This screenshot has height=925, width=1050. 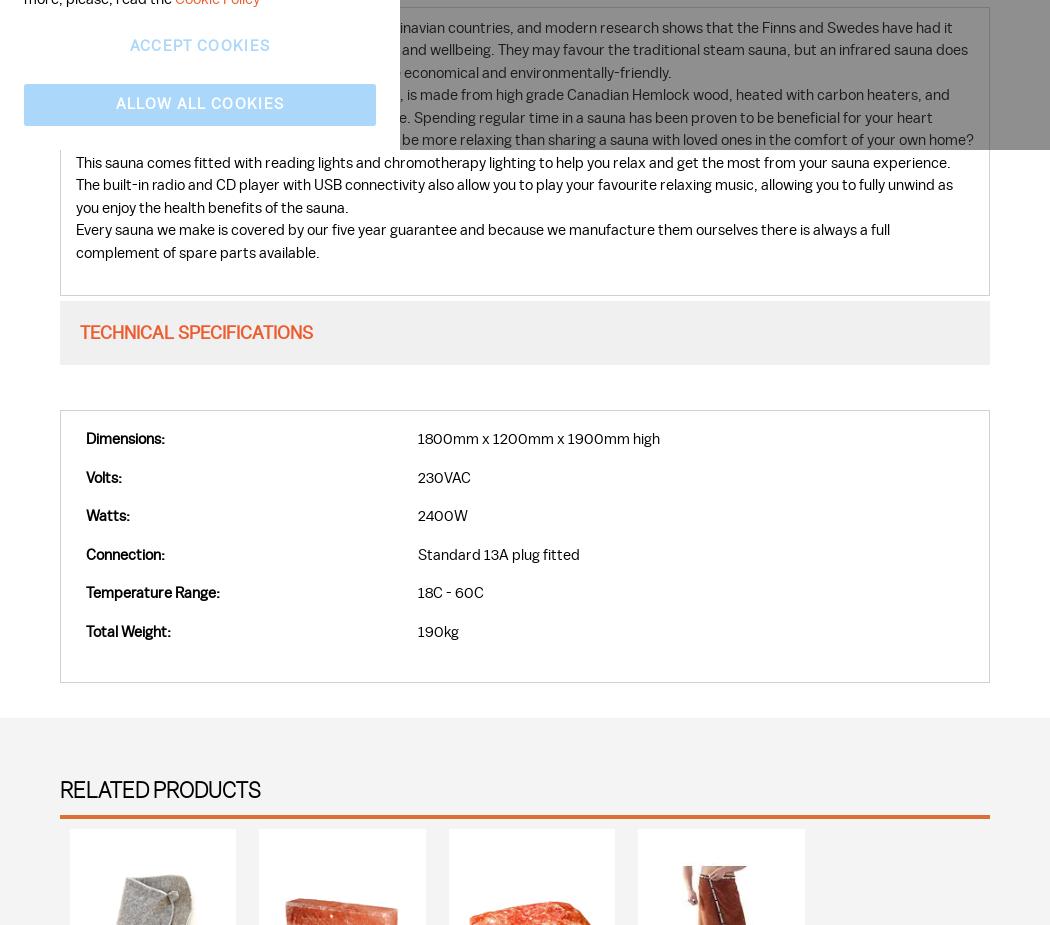 What do you see at coordinates (152, 593) in the screenshot?
I see `'Temperature Range:'` at bounding box center [152, 593].